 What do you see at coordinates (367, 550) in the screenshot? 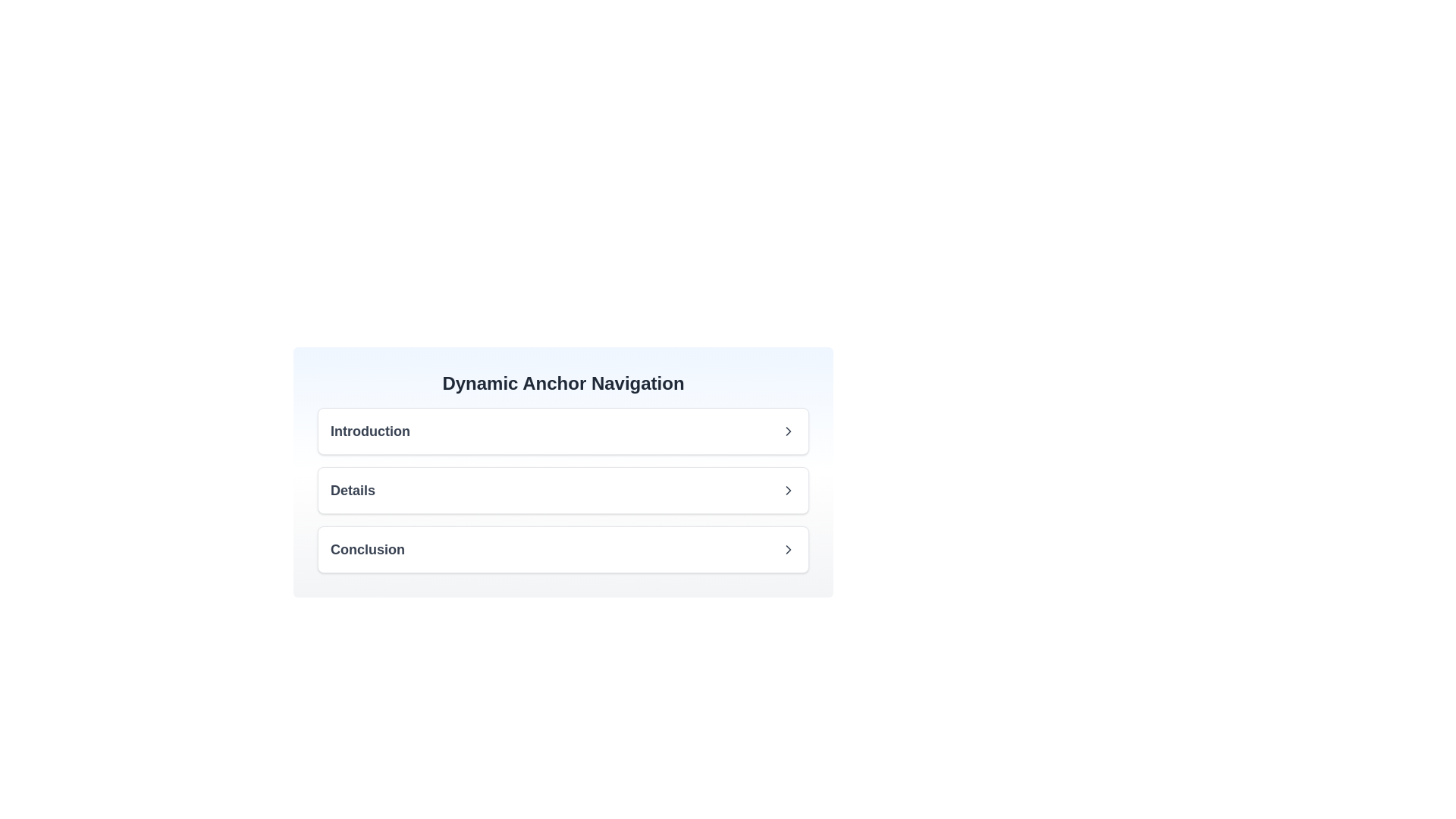
I see `the 'Conclusion' label in the 'Dynamic Anchor Navigation' panel, which is located in the third row of the vertically arranged list` at bounding box center [367, 550].